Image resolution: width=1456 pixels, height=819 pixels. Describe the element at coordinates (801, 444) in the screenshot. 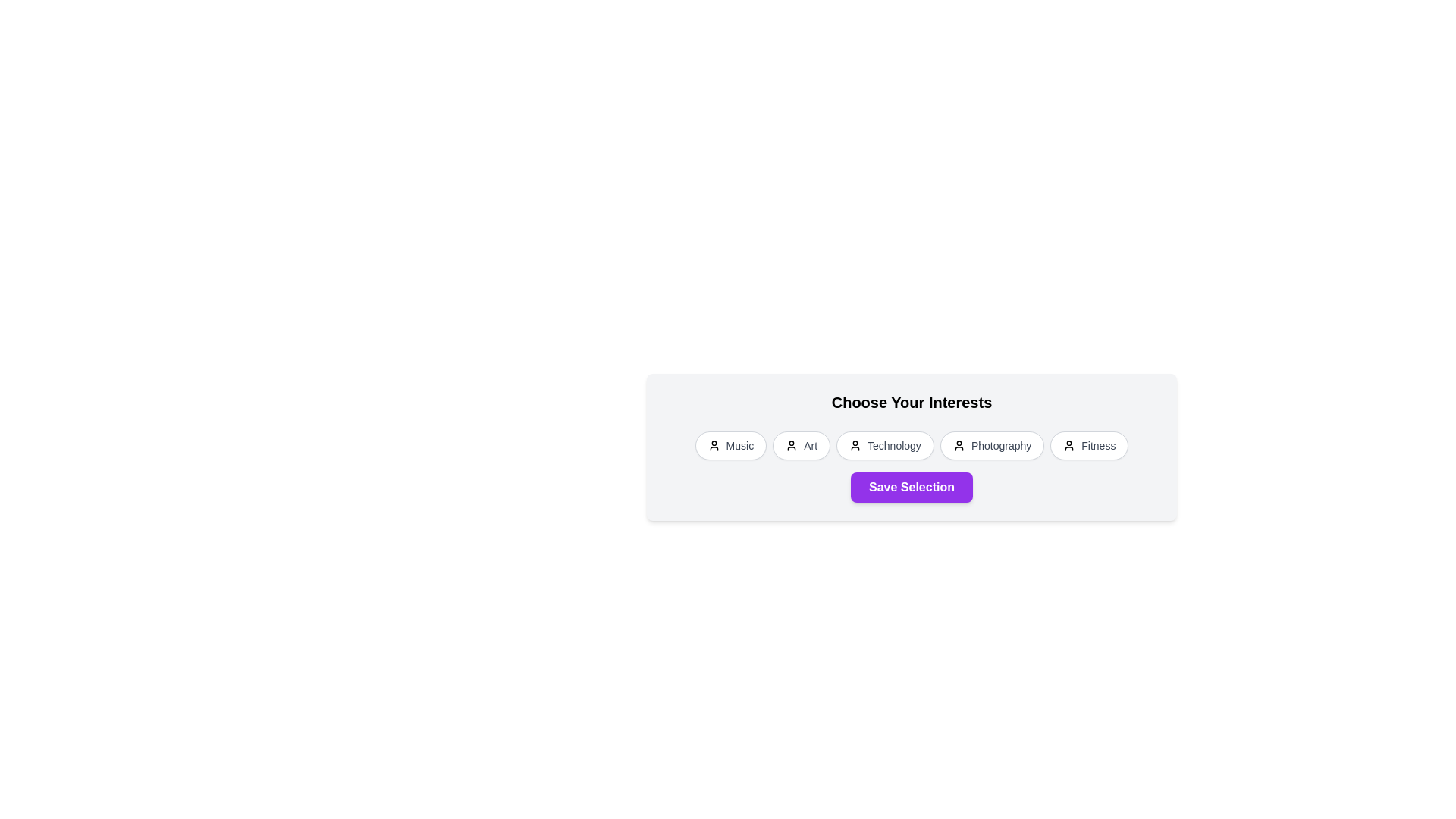

I see `the interest chip labeled 'Art'` at that location.